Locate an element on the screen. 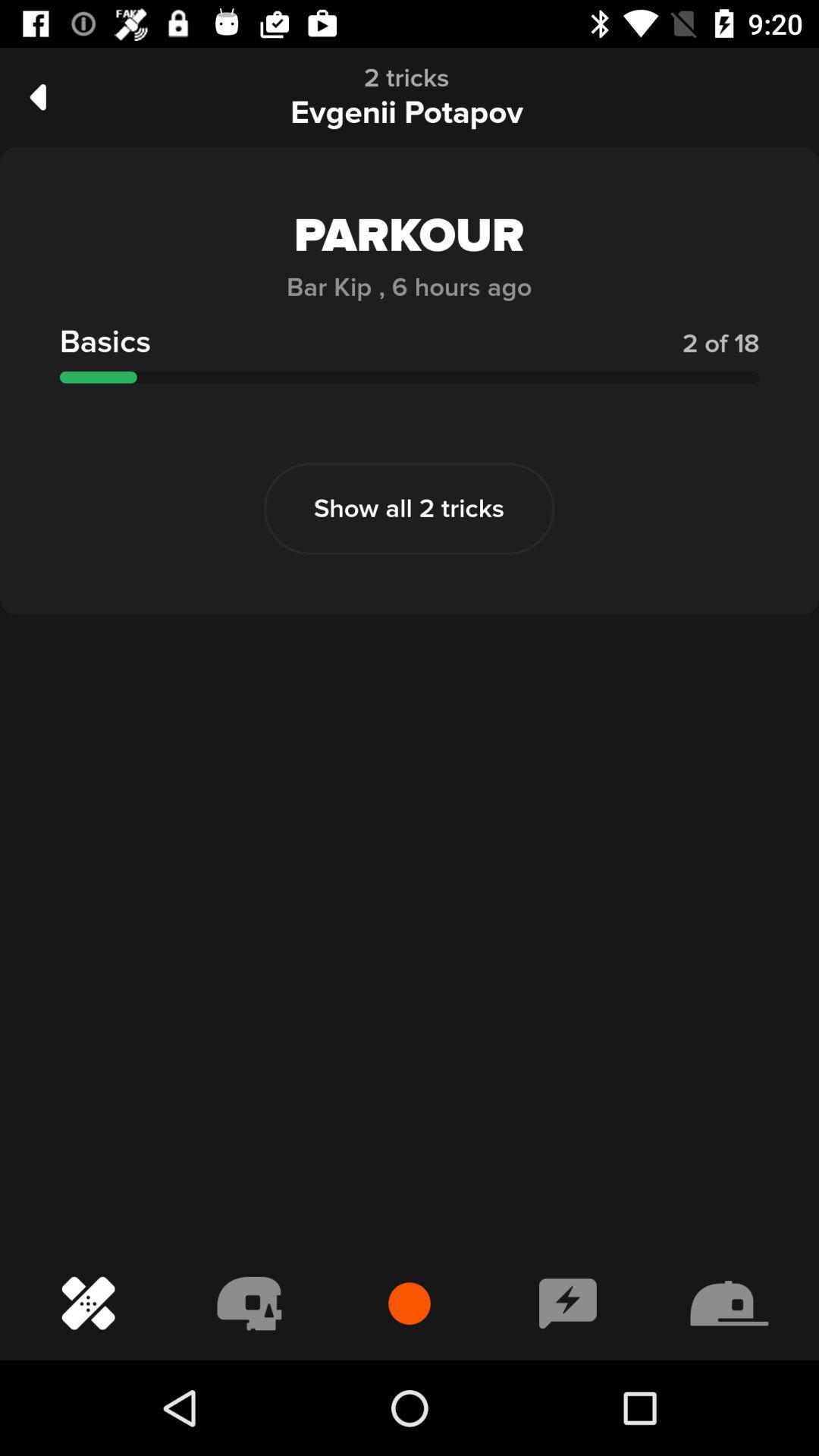 The width and height of the screenshot is (819, 1456). the arrow_backward icon is located at coordinates (37, 96).